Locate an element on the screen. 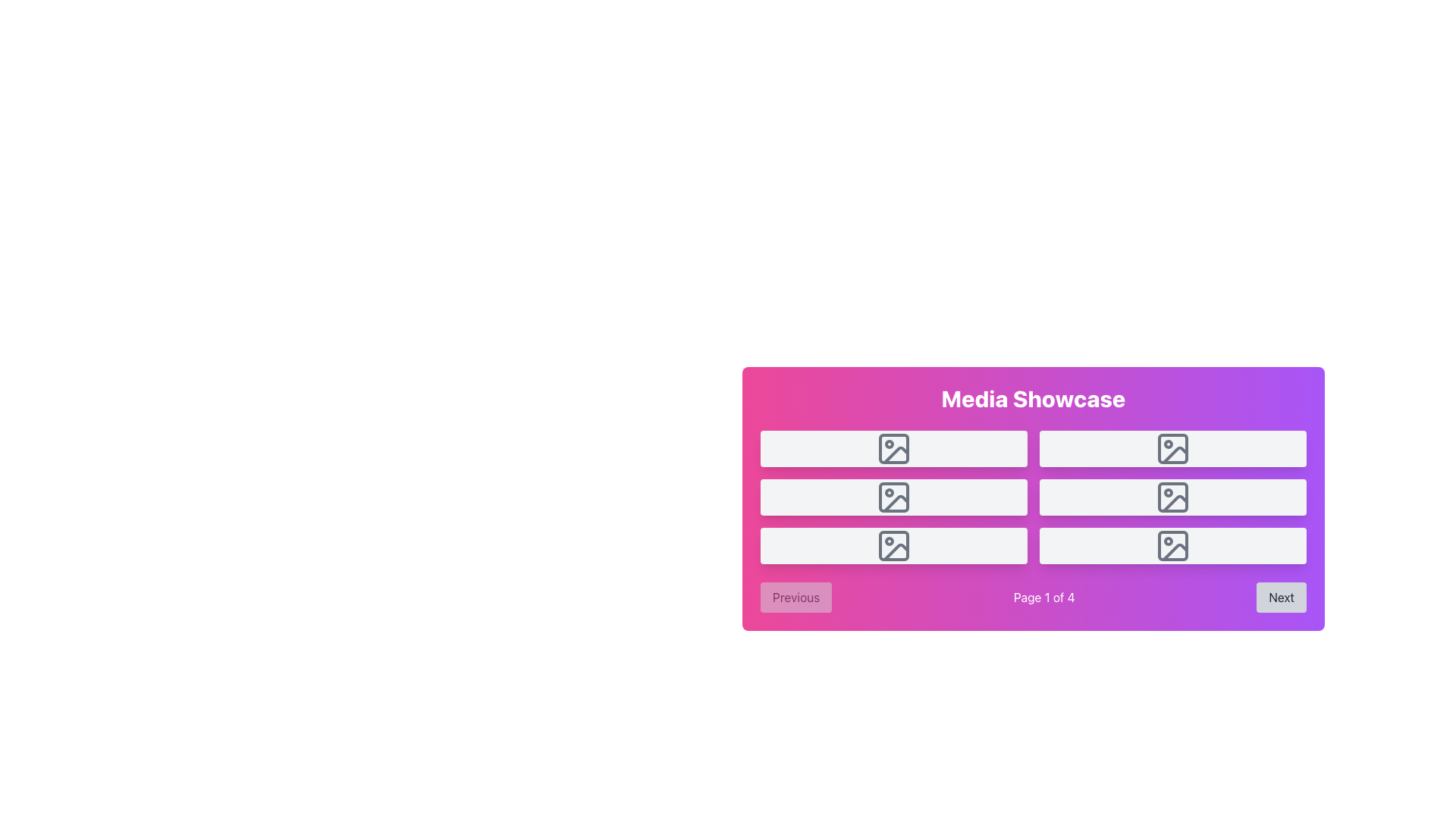 The image size is (1456, 819). the Icon element representing a photo in the 'Media Showcase' grid, which is a sleek gray image icon styled as a picture frame with a circle and a line is located at coordinates (1172, 497).